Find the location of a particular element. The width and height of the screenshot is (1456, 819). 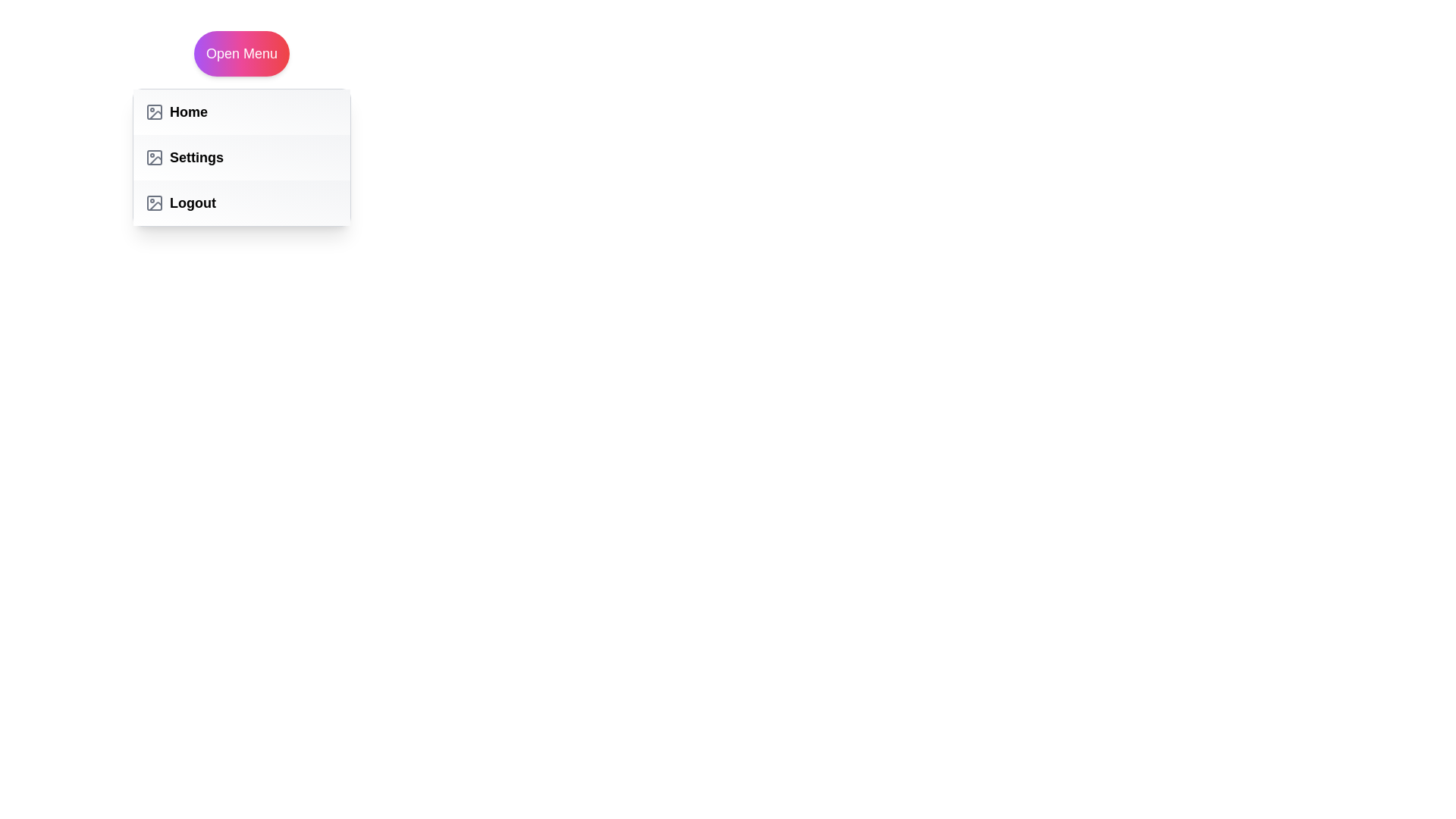

the 'Open Menu' button to toggle the visibility of the menu is located at coordinates (240, 52).